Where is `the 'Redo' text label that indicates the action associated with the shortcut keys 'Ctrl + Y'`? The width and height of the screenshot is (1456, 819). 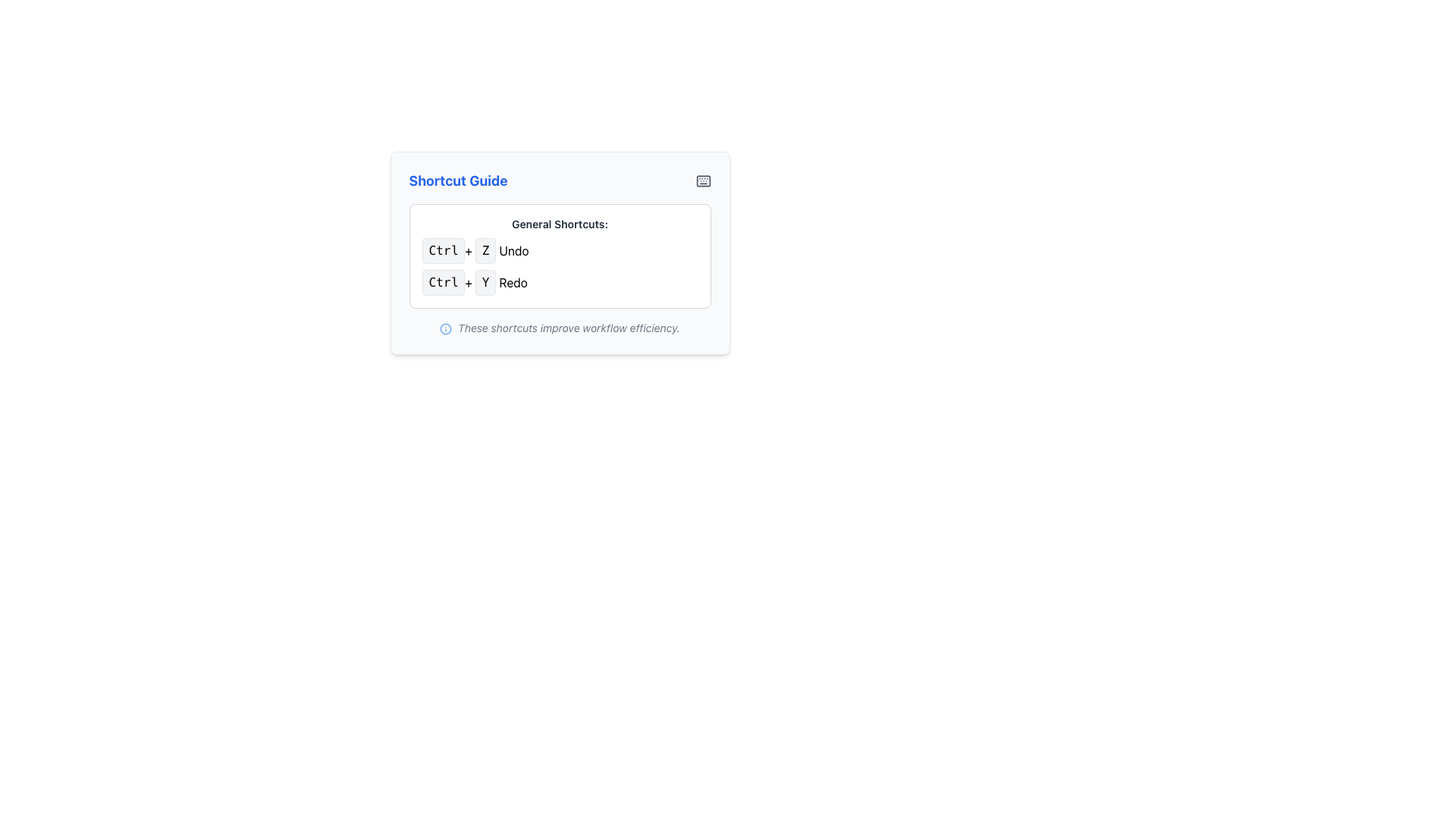 the 'Redo' text label that indicates the action associated with the shortcut keys 'Ctrl + Y' is located at coordinates (513, 283).